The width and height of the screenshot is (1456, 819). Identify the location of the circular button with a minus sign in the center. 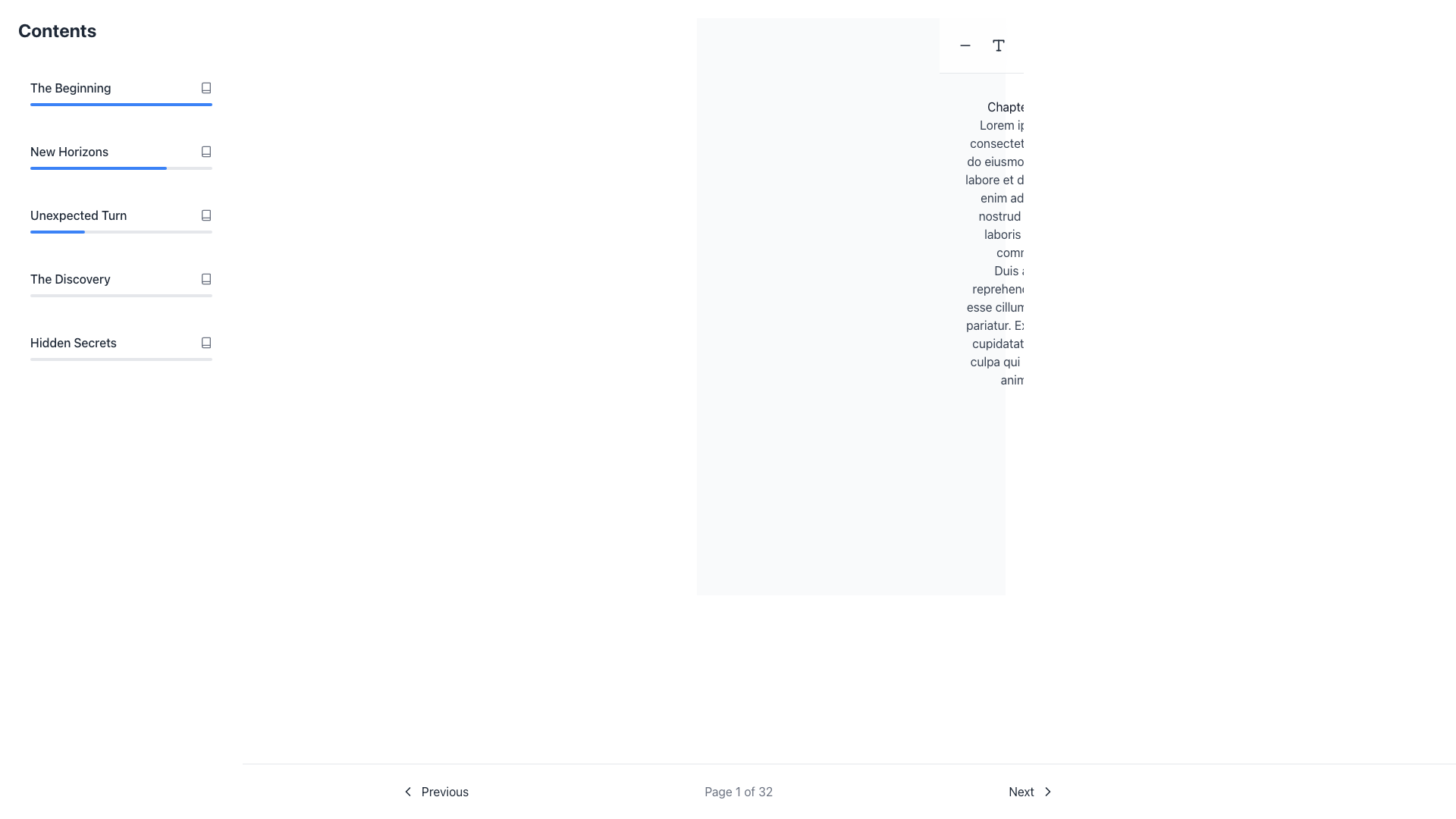
(964, 45).